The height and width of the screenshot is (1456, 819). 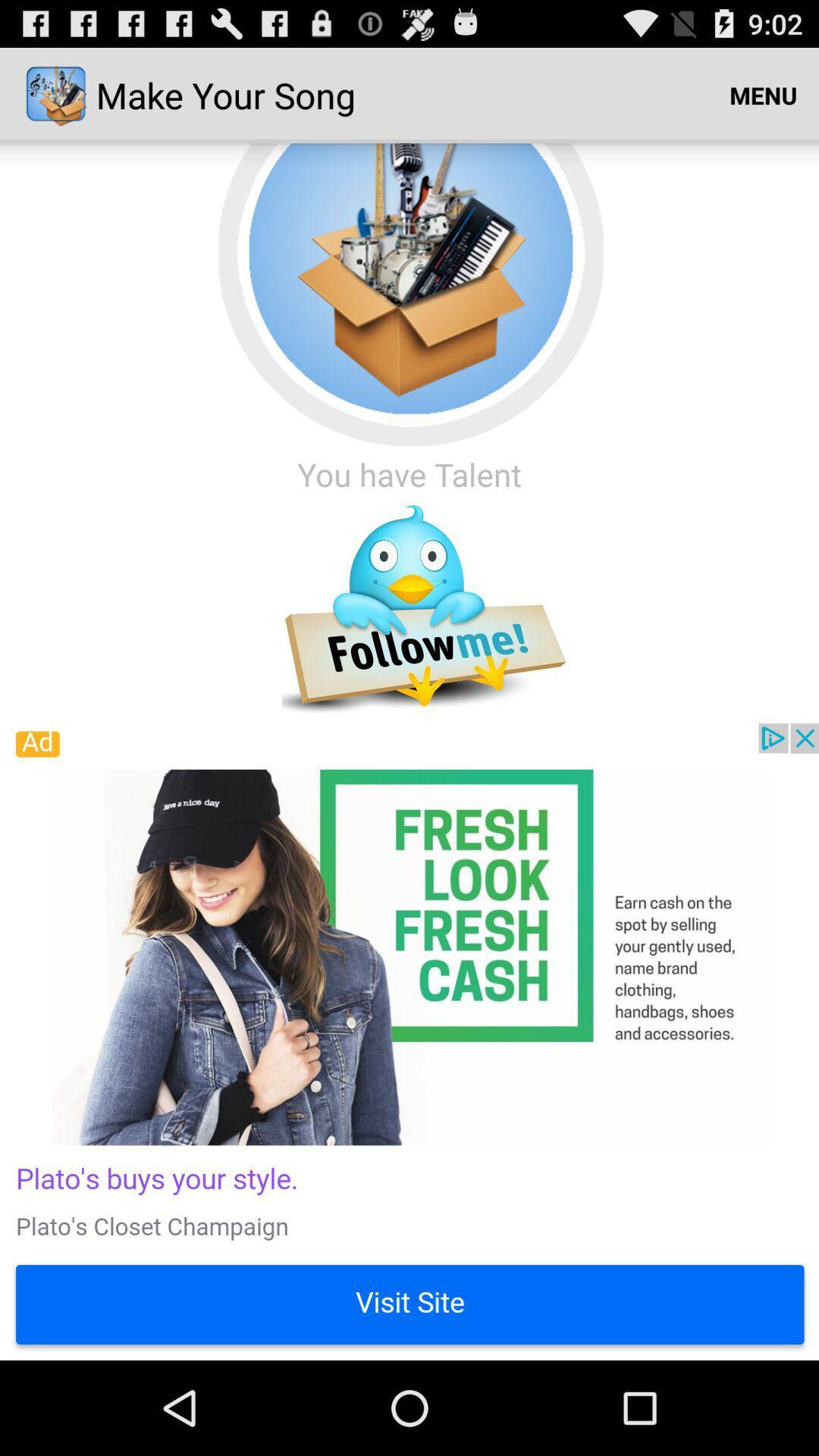 I want to click on follow their account button, so click(x=409, y=610).